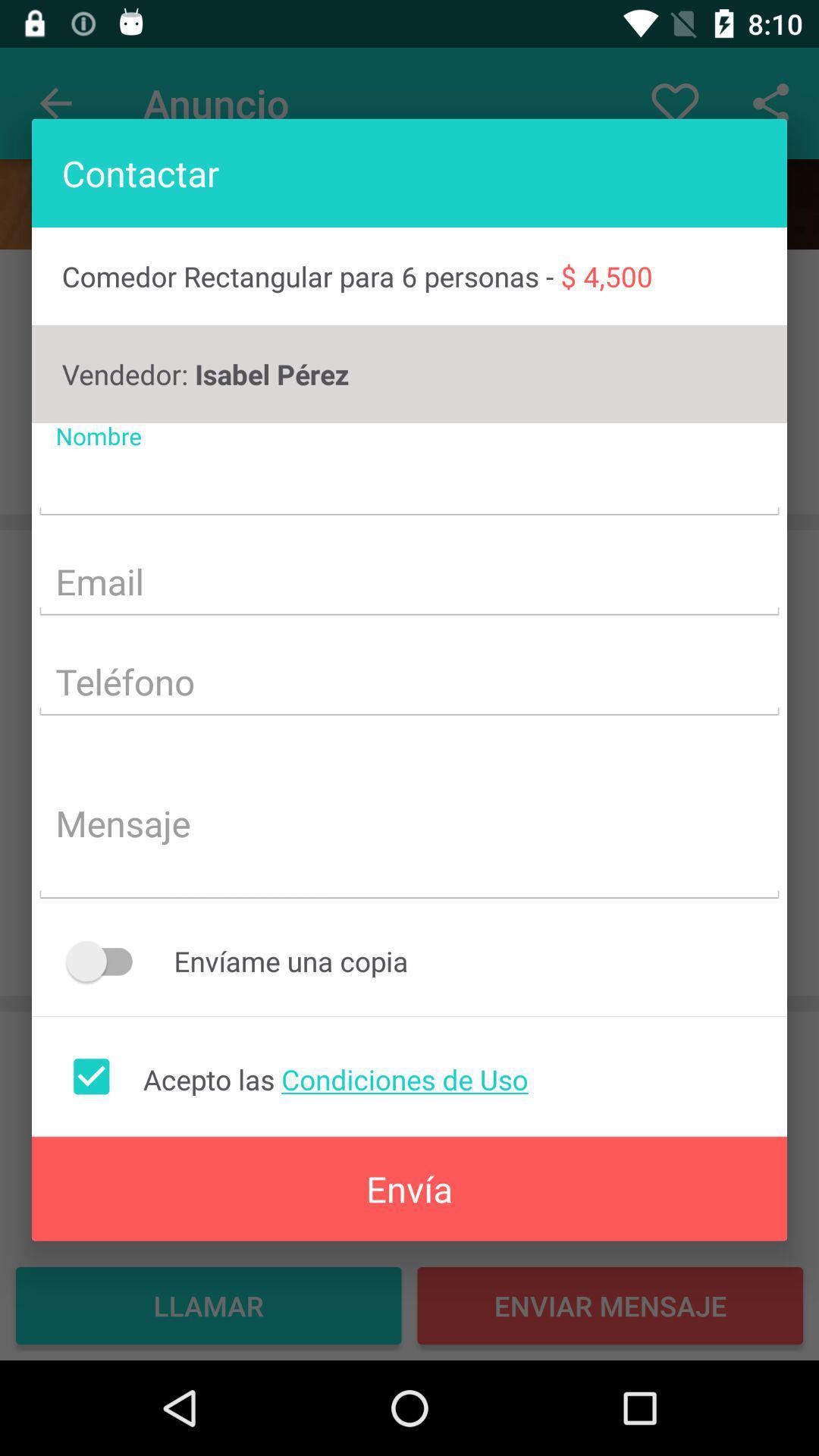  I want to click on accept the condition, so click(91, 1075).